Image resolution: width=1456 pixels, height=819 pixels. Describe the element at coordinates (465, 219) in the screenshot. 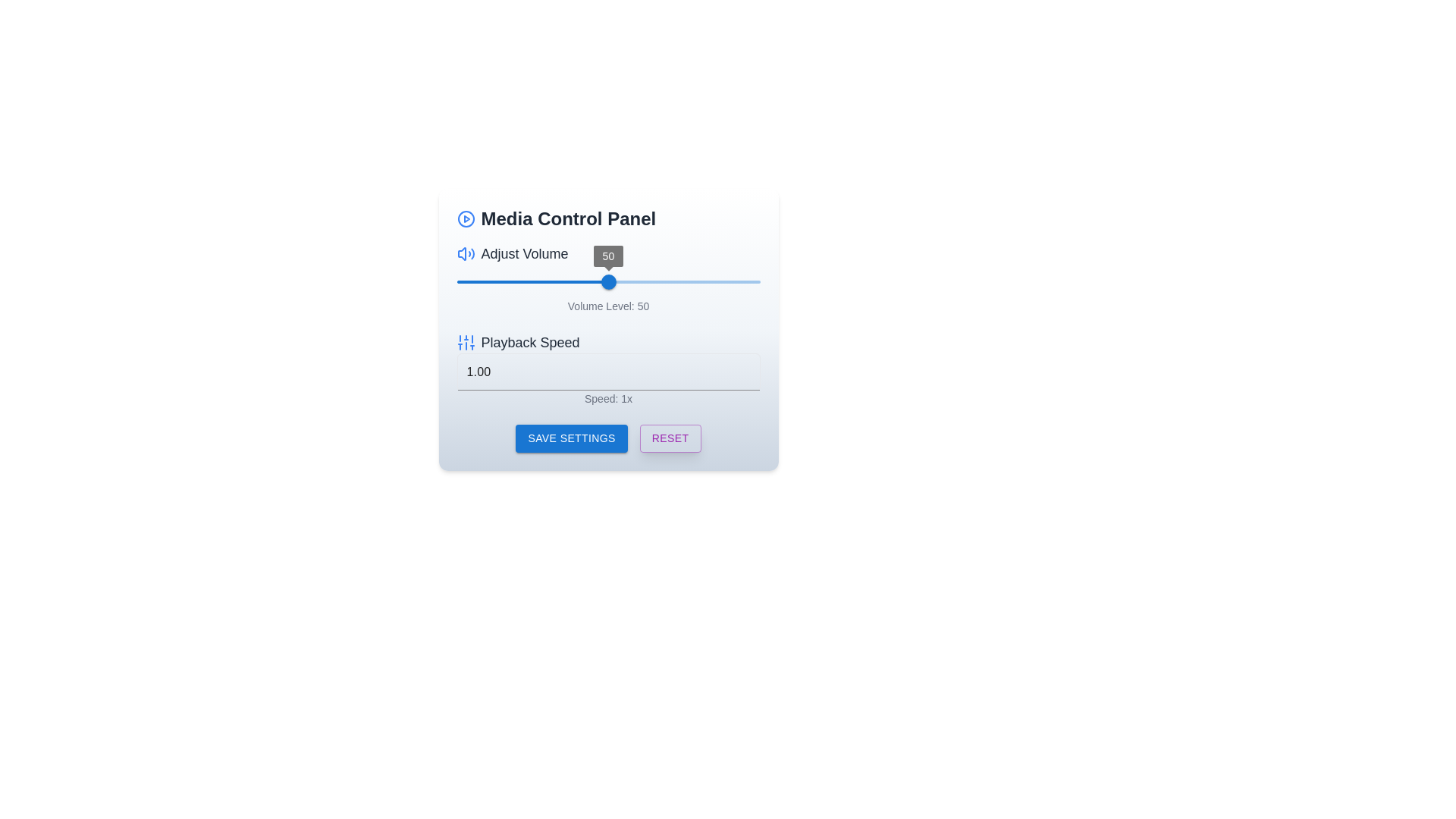

I see `the circular outline of the play button icon, which is styled in blue and located in the upper-left of the Media Control Panel header area` at that location.